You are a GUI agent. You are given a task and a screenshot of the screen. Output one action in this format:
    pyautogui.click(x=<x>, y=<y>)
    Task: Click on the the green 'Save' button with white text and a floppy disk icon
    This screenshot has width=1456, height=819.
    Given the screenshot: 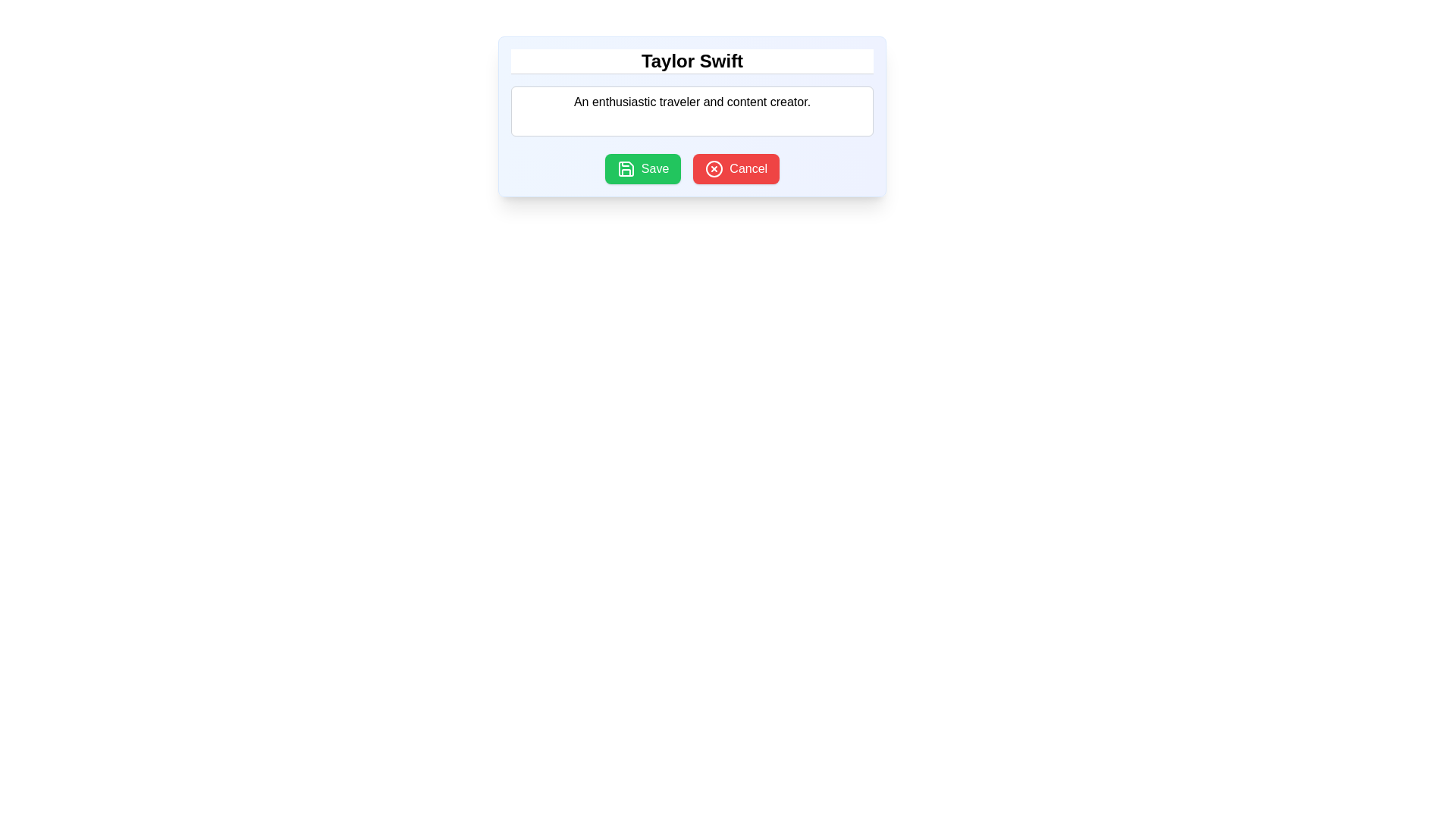 What is the action you would take?
    pyautogui.click(x=643, y=169)
    